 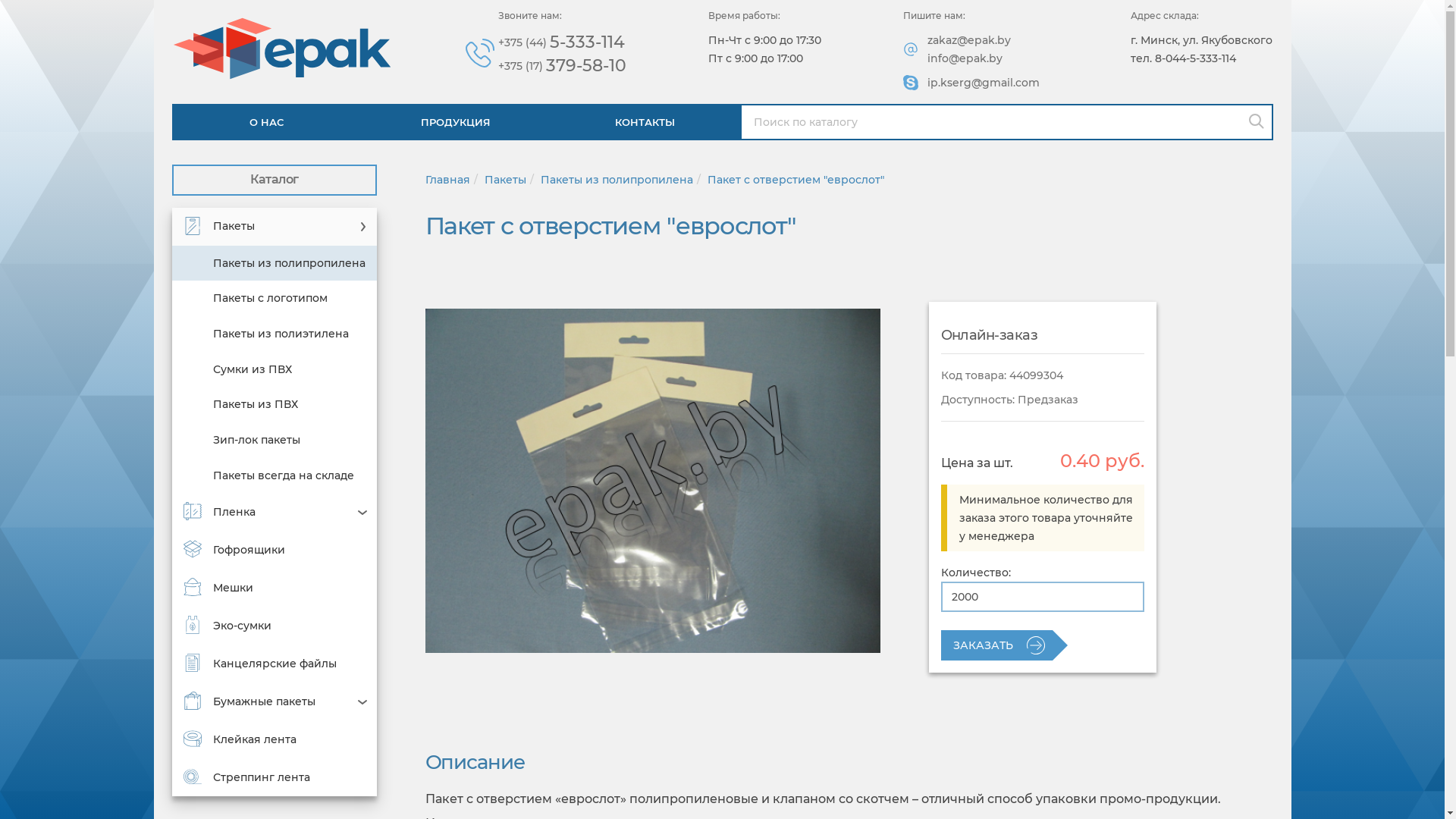 What do you see at coordinates (968, 39) in the screenshot?
I see `'zakaz@epak.by'` at bounding box center [968, 39].